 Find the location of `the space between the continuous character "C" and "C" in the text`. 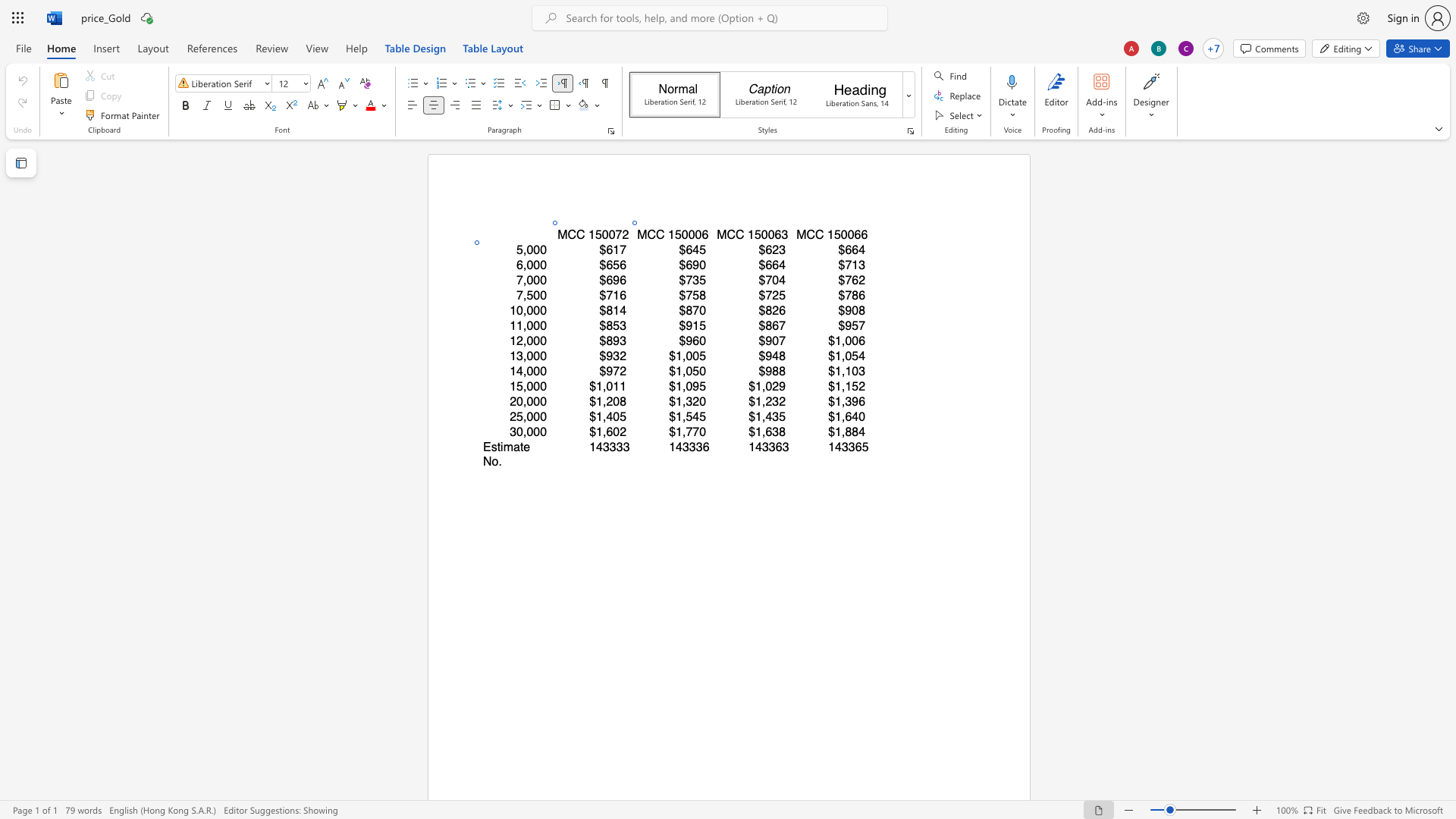

the space between the continuous character "C" and "C" in the text is located at coordinates (655, 234).